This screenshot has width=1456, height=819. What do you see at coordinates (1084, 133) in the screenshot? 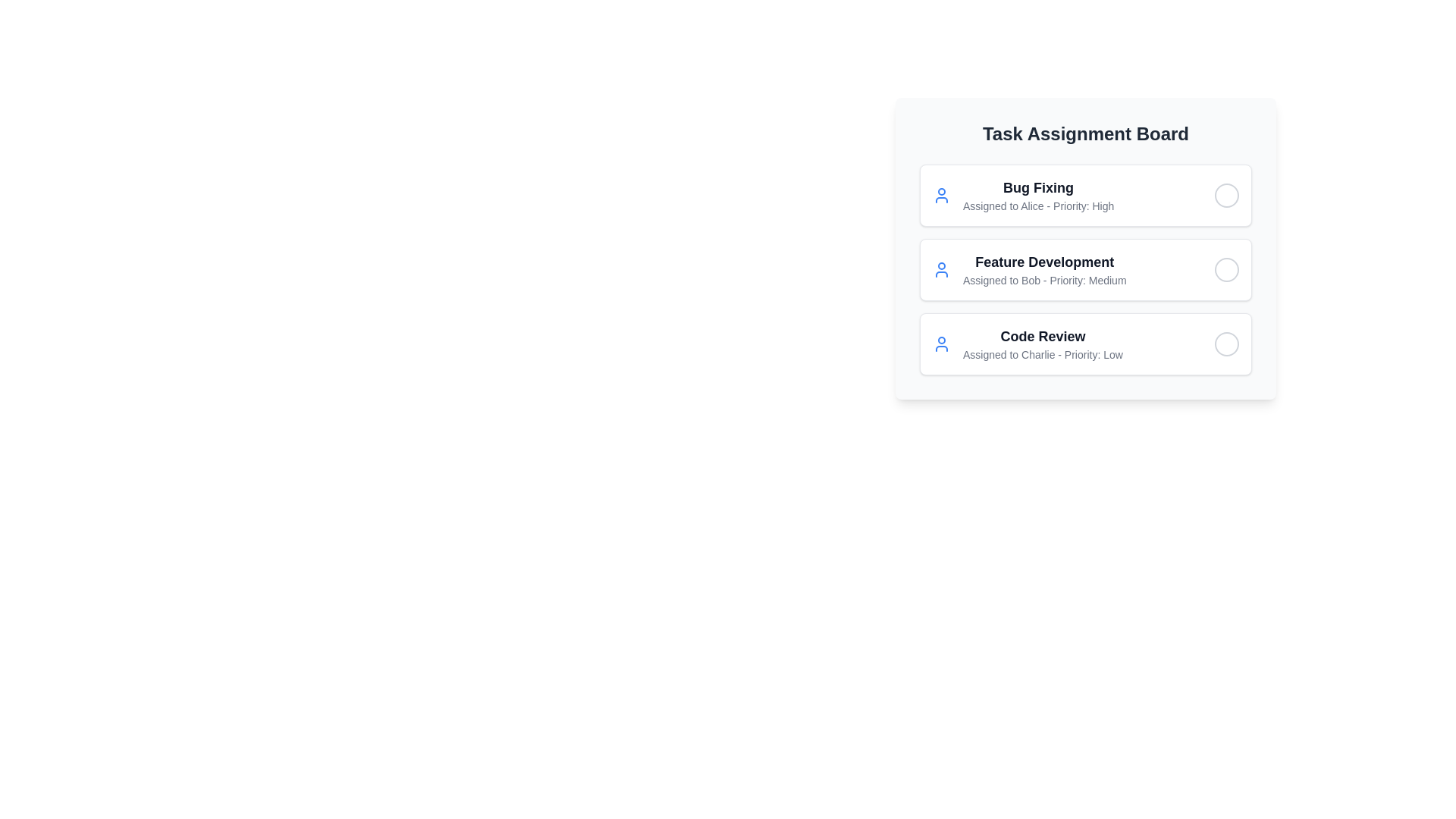
I see `the prominent title text labeled 'Task Assignment Board', which is styled in bold and larger font, located at the top-center of a card-like panel` at bounding box center [1084, 133].